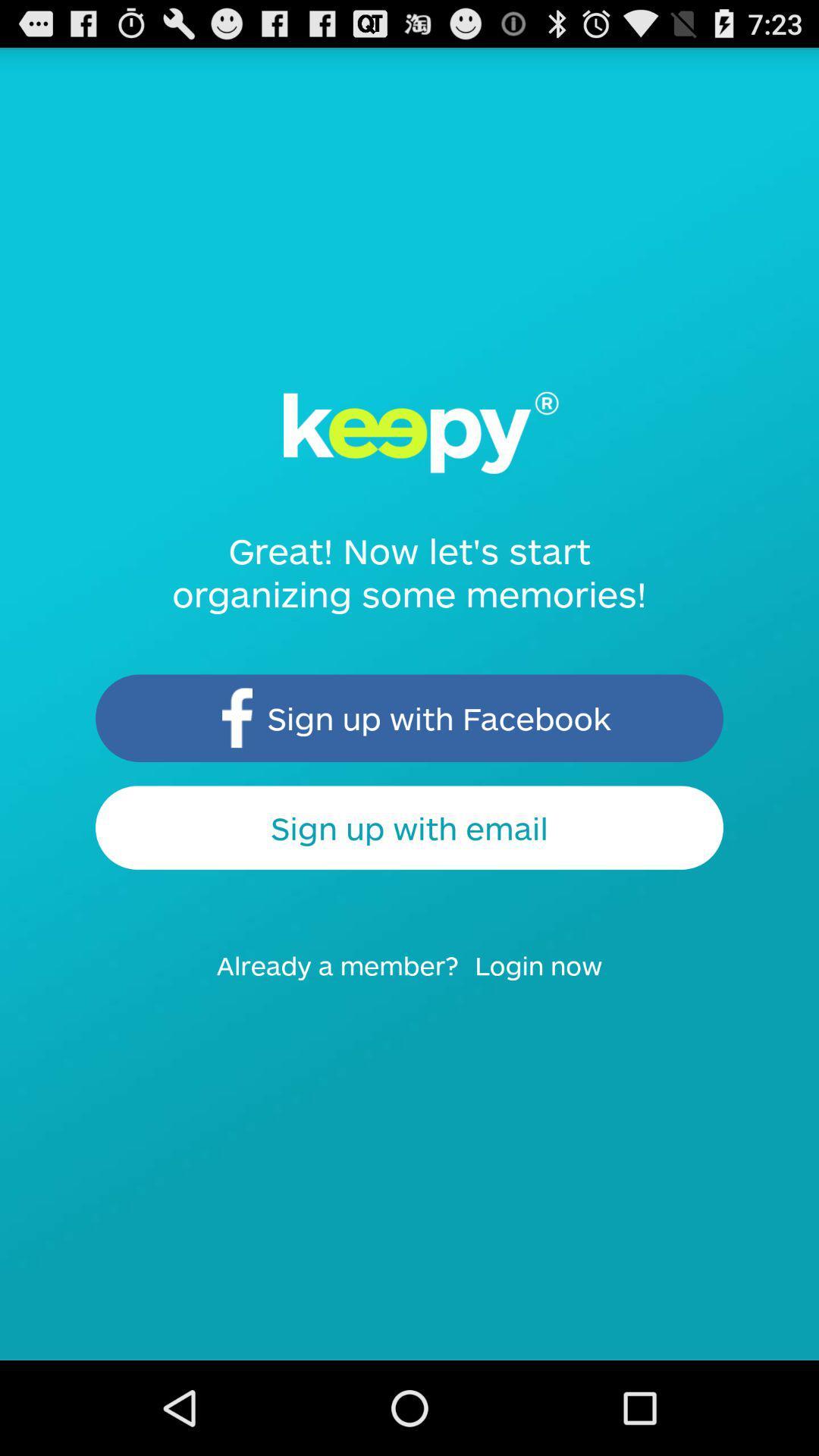 This screenshot has height=1456, width=819. I want to click on the item at the bottom right corner, so click(548, 980).